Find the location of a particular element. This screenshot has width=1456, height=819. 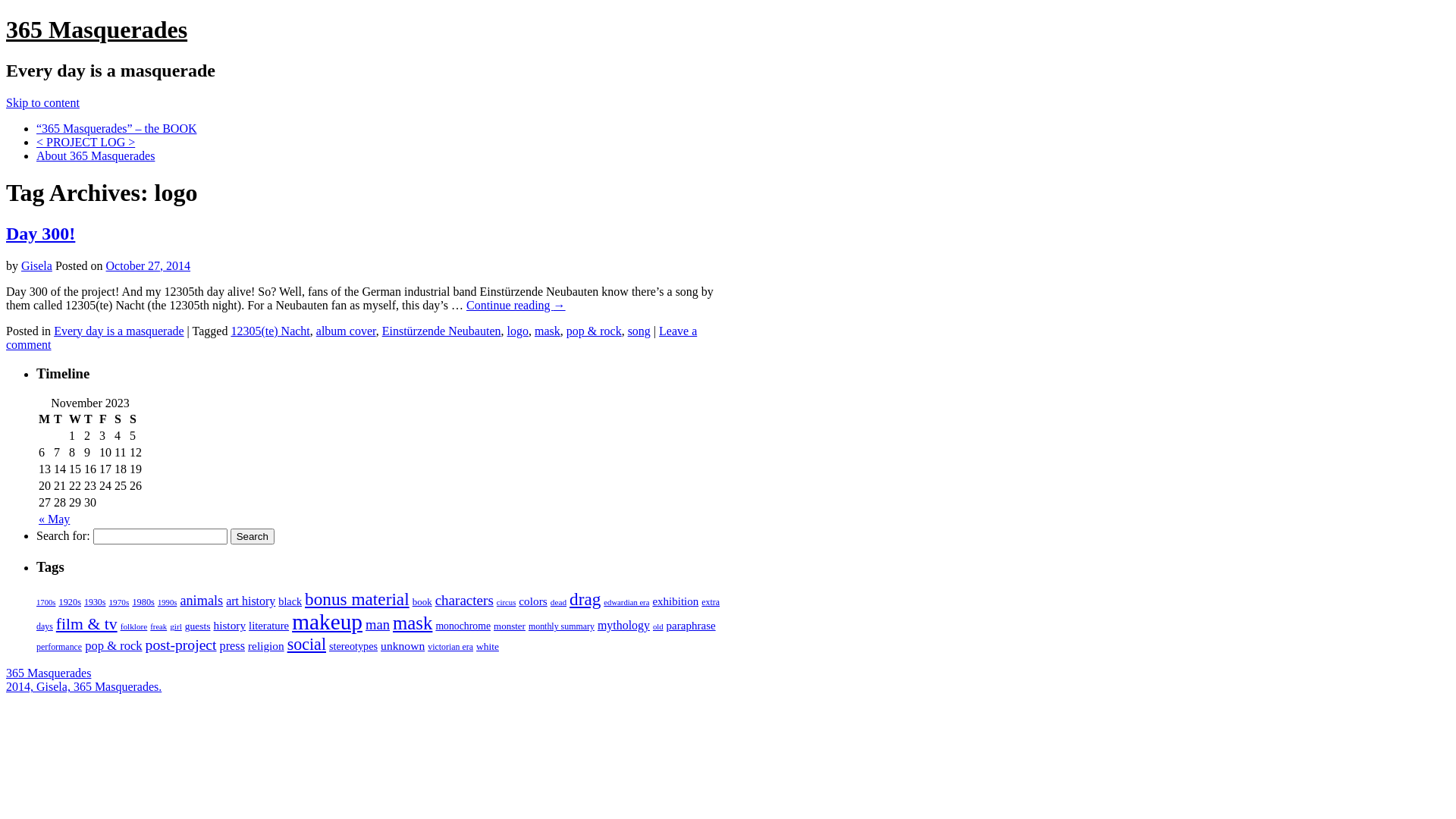

'animals' is located at coordinates (200, 599).